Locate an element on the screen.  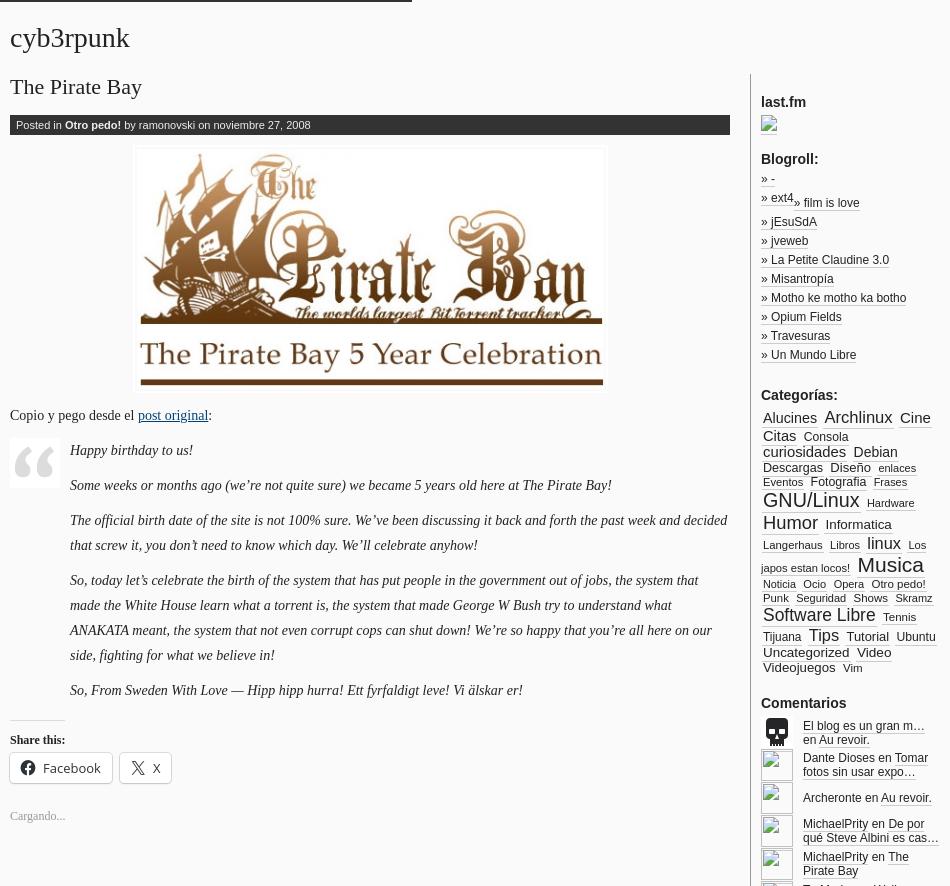
'Hardware' is located at coordinates (888, 501).